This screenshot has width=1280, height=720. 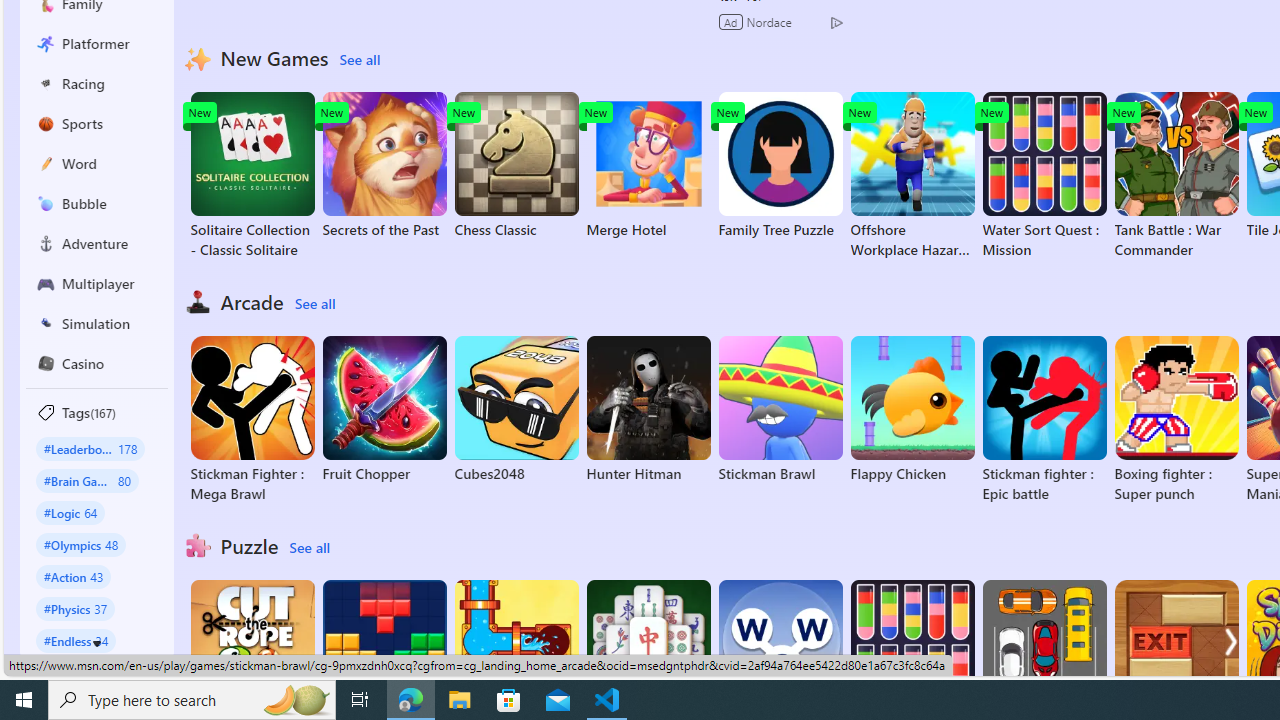 What do you see at coordinates (1043, 175) in the screenshot?
I see `'Water Sort Quest : Mission'` at bounding box center [1043, 175].